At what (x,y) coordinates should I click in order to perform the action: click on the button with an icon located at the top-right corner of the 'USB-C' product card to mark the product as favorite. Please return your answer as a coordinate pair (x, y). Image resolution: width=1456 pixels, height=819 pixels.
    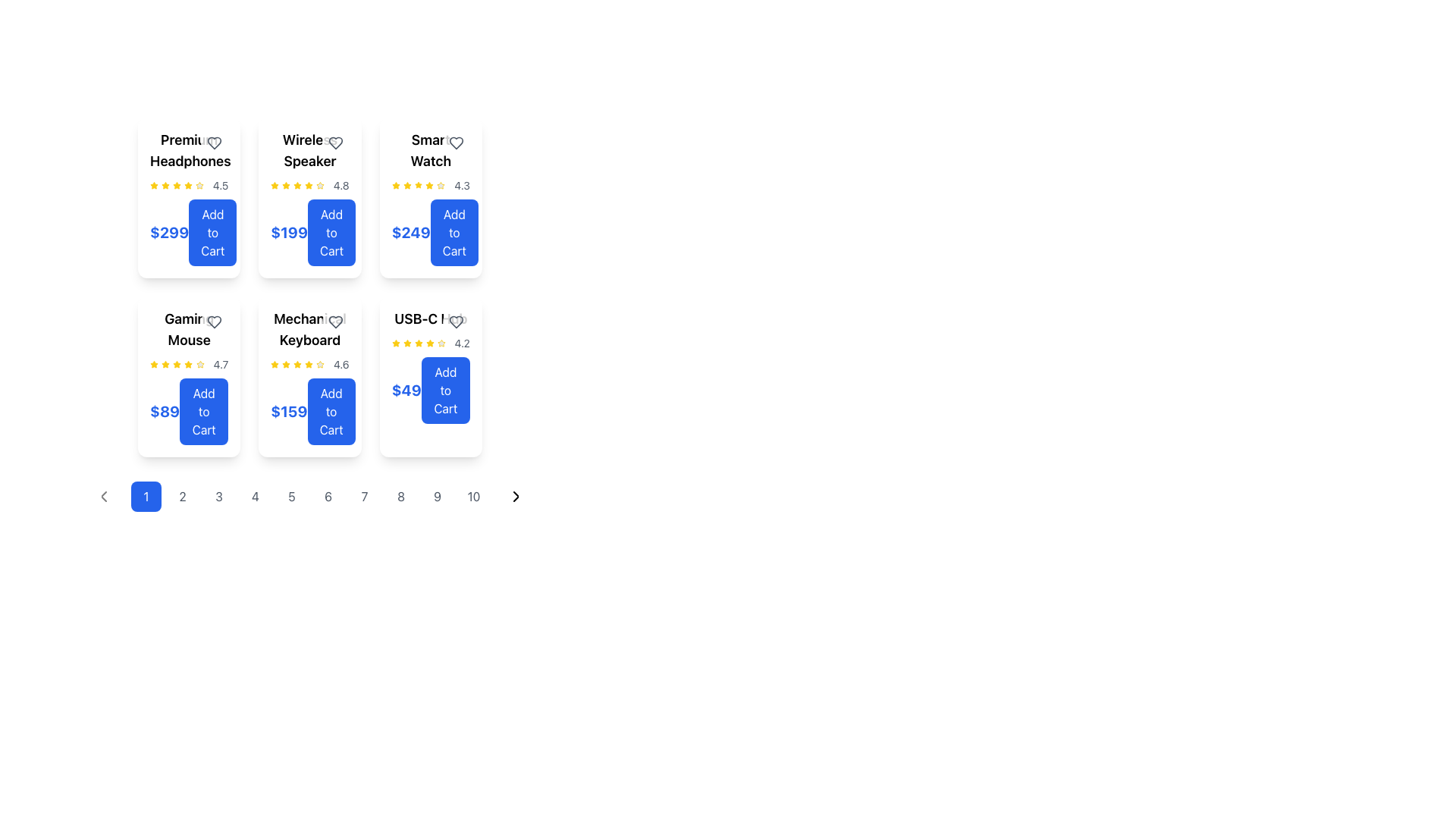
    Looking at the image, I should click on (455, 321).